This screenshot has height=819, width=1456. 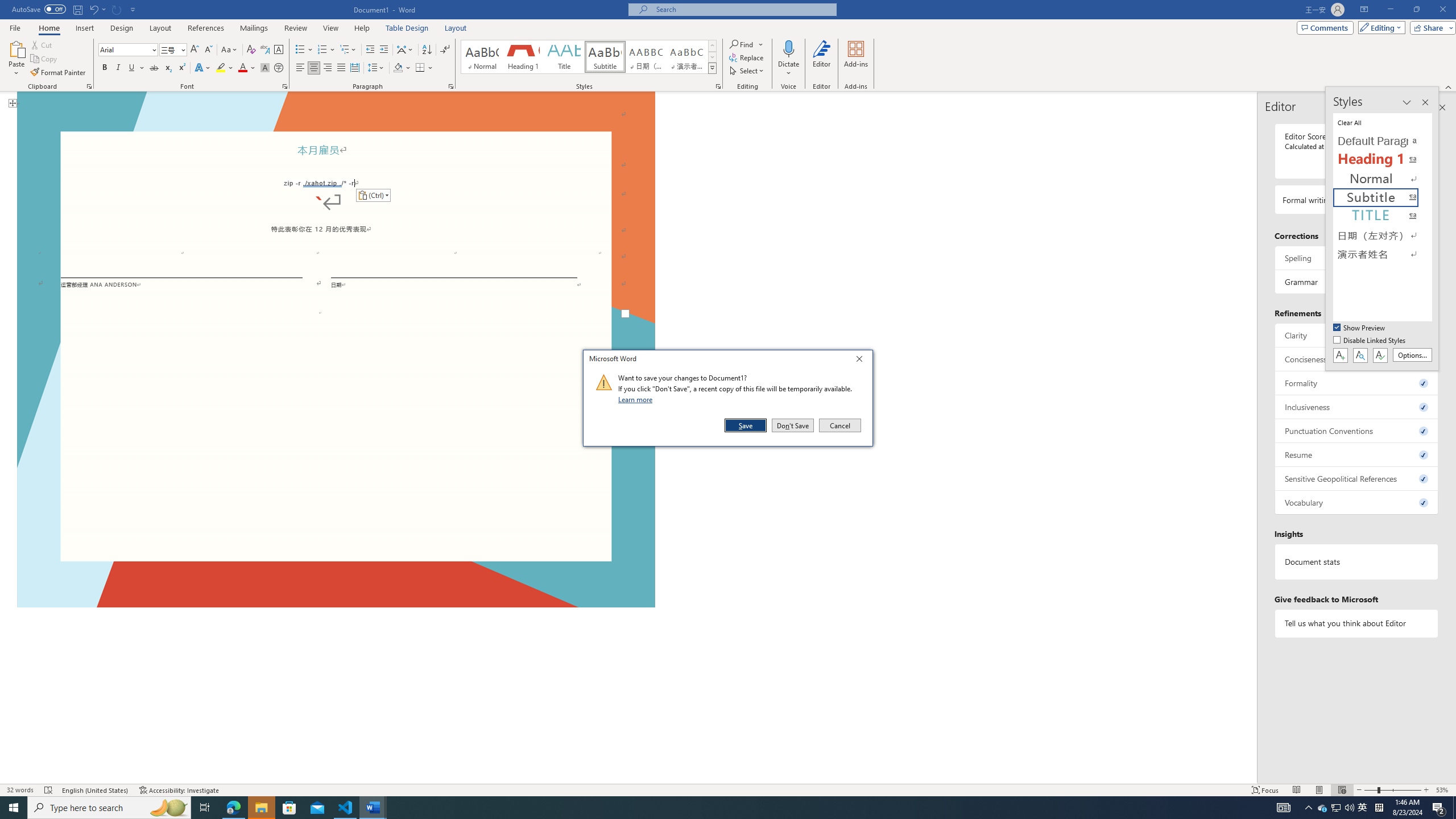 I want to click on 'Undo Paste', so click(x=97, y=9).